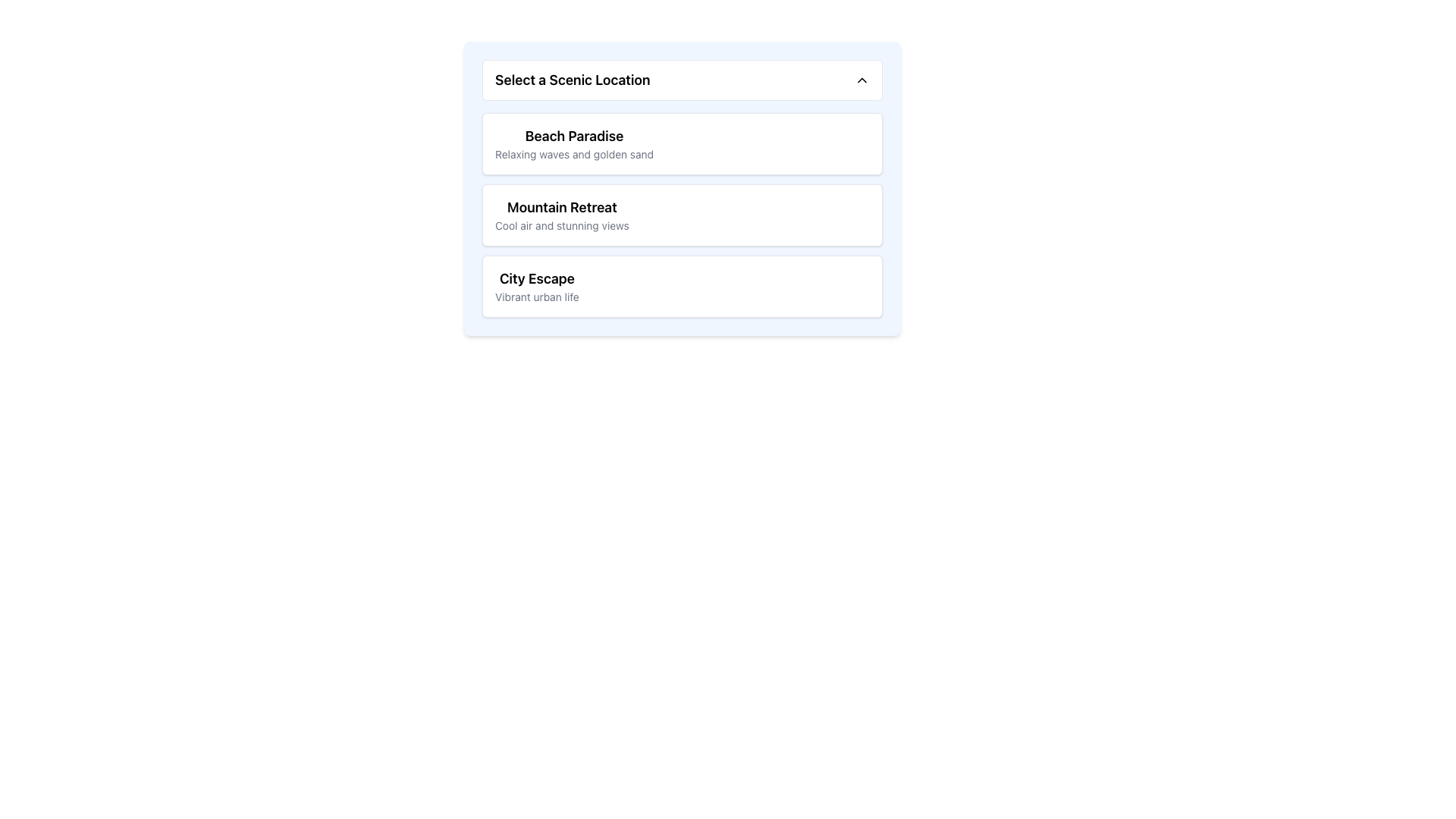 The height and width of the screenshot is (819, 1456). Describe the element at coordinates (537, 278) in the screenshot. I see `title text label displaying 'City Escape', which is styled with a bold font and larger size, positioned at the center coordinates` at that location.